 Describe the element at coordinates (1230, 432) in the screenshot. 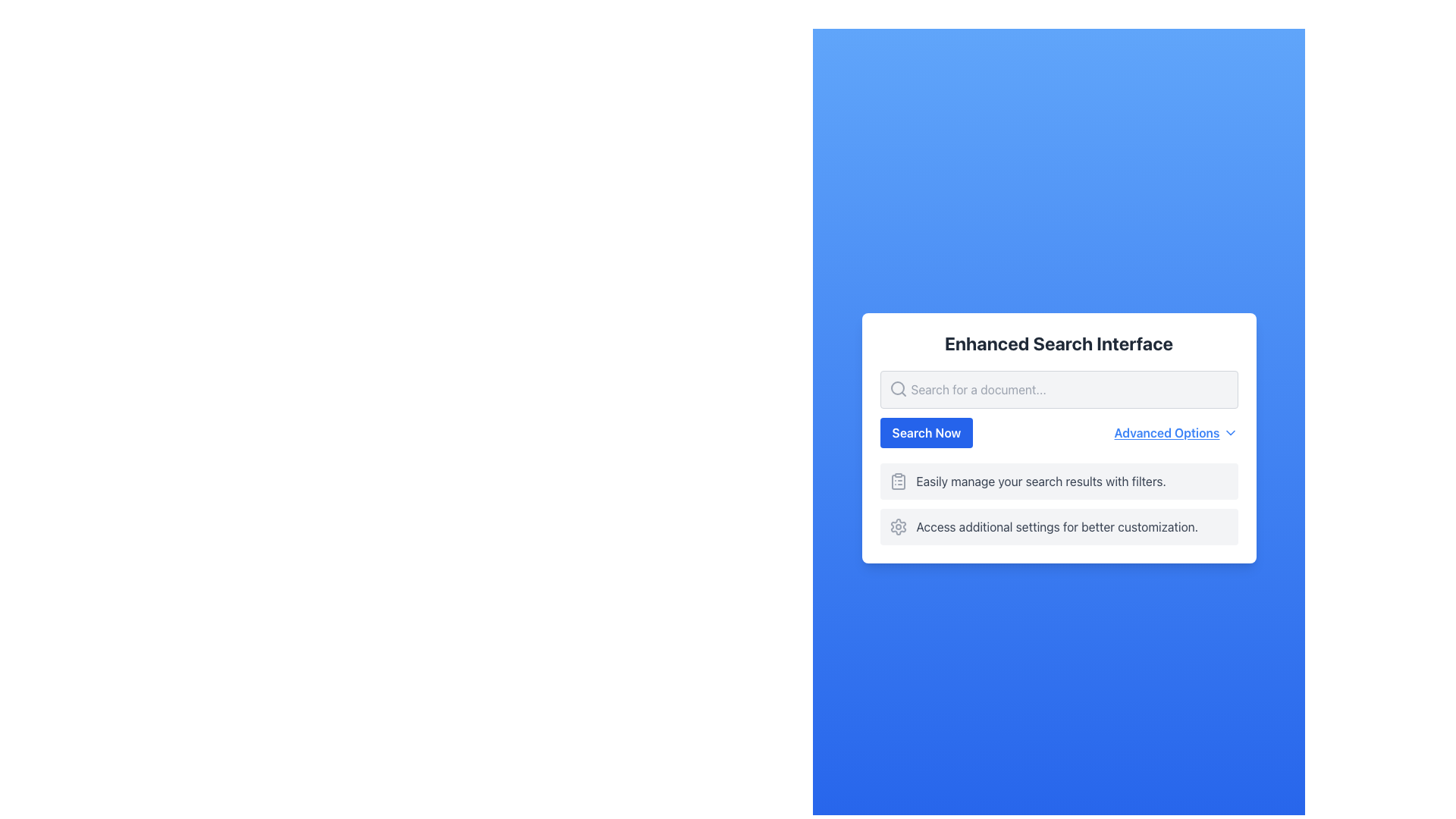

I see `the downward-pointing chevron icon next to the 'Advanced Options' text` at that location.